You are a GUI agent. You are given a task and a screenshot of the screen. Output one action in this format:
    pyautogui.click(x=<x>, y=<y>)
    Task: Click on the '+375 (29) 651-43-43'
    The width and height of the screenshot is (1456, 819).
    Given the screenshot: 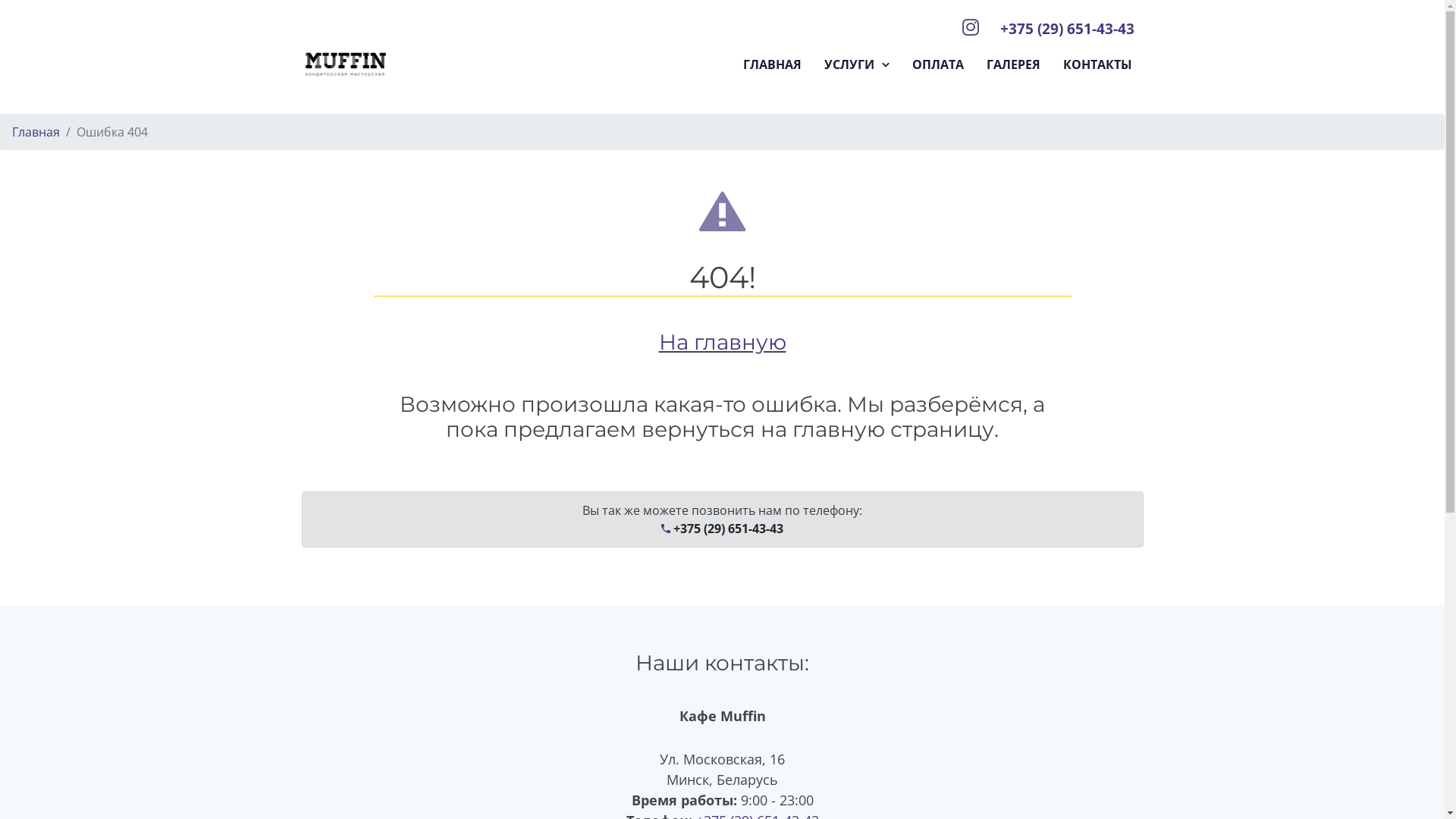 What is the action you would take?
    pyautogui.click(x=1065, y=28)
    